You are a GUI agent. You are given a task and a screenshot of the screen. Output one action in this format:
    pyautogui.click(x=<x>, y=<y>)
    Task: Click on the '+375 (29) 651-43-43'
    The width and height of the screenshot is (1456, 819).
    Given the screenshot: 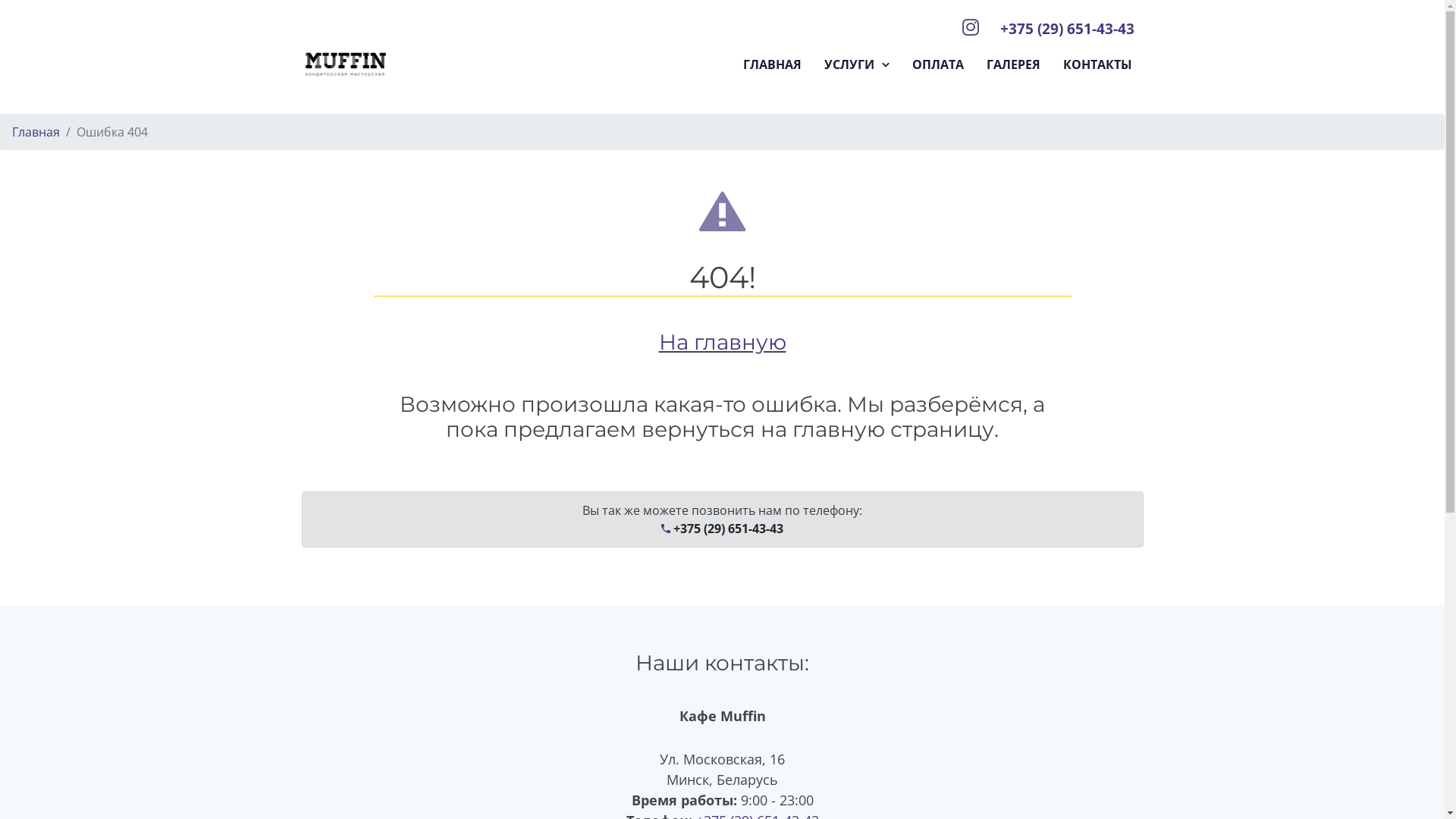 What is the action you would take?
    pyautogui.click(x=1065, y=28)
    